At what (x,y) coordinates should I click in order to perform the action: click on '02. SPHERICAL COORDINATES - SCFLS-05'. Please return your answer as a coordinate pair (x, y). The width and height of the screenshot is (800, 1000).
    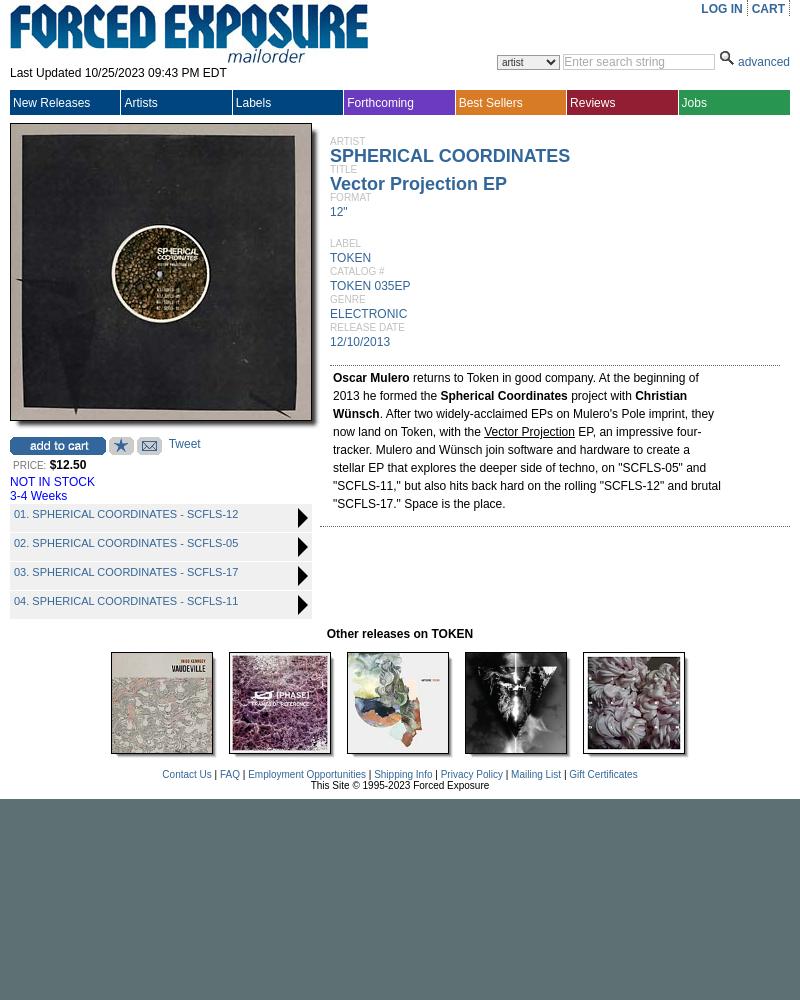
    Looking at the image, I should click on (125, 543).